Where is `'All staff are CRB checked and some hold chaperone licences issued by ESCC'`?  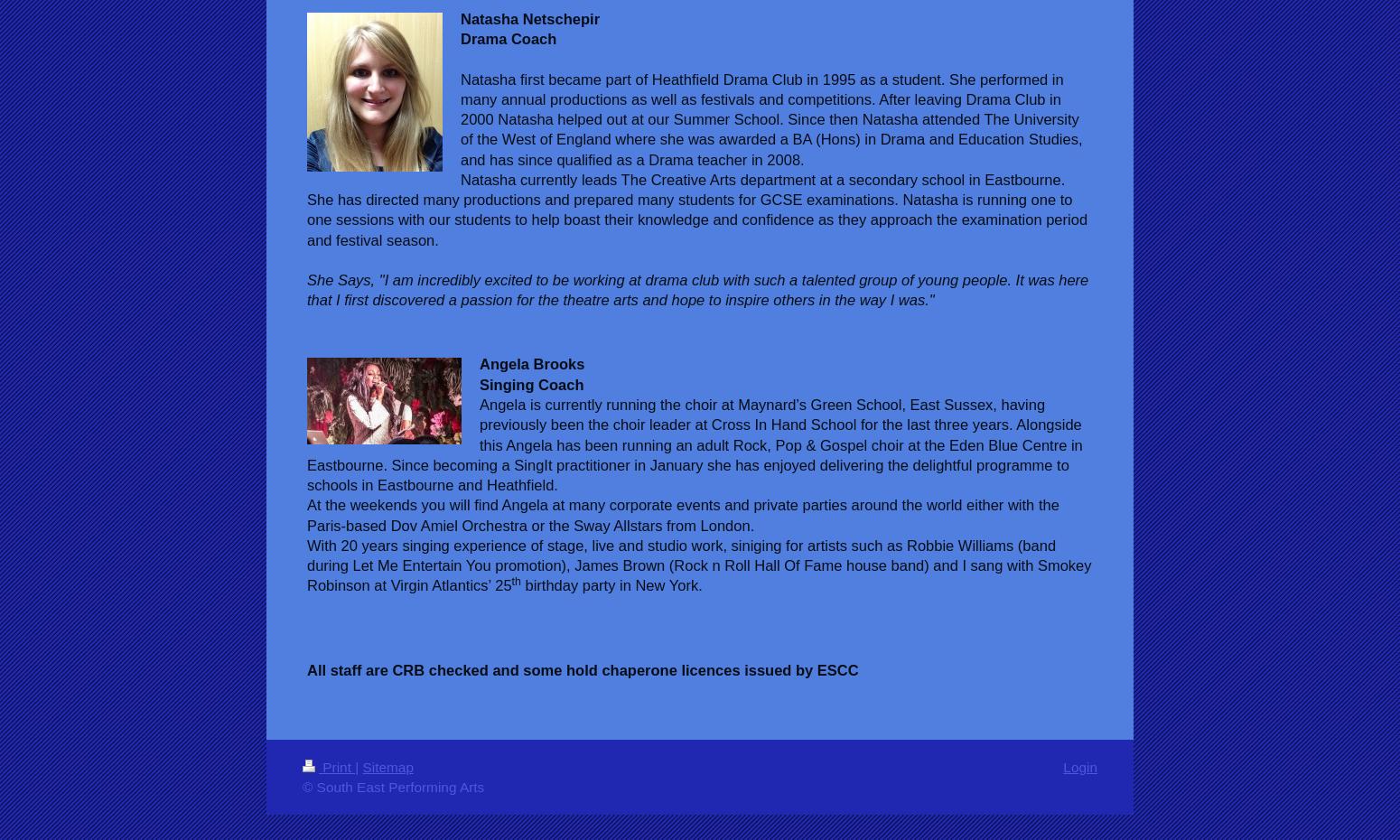
'All staff are CRB checked and some hold chaperone licences issued by ESCC' is located at coordinates (306, 669).